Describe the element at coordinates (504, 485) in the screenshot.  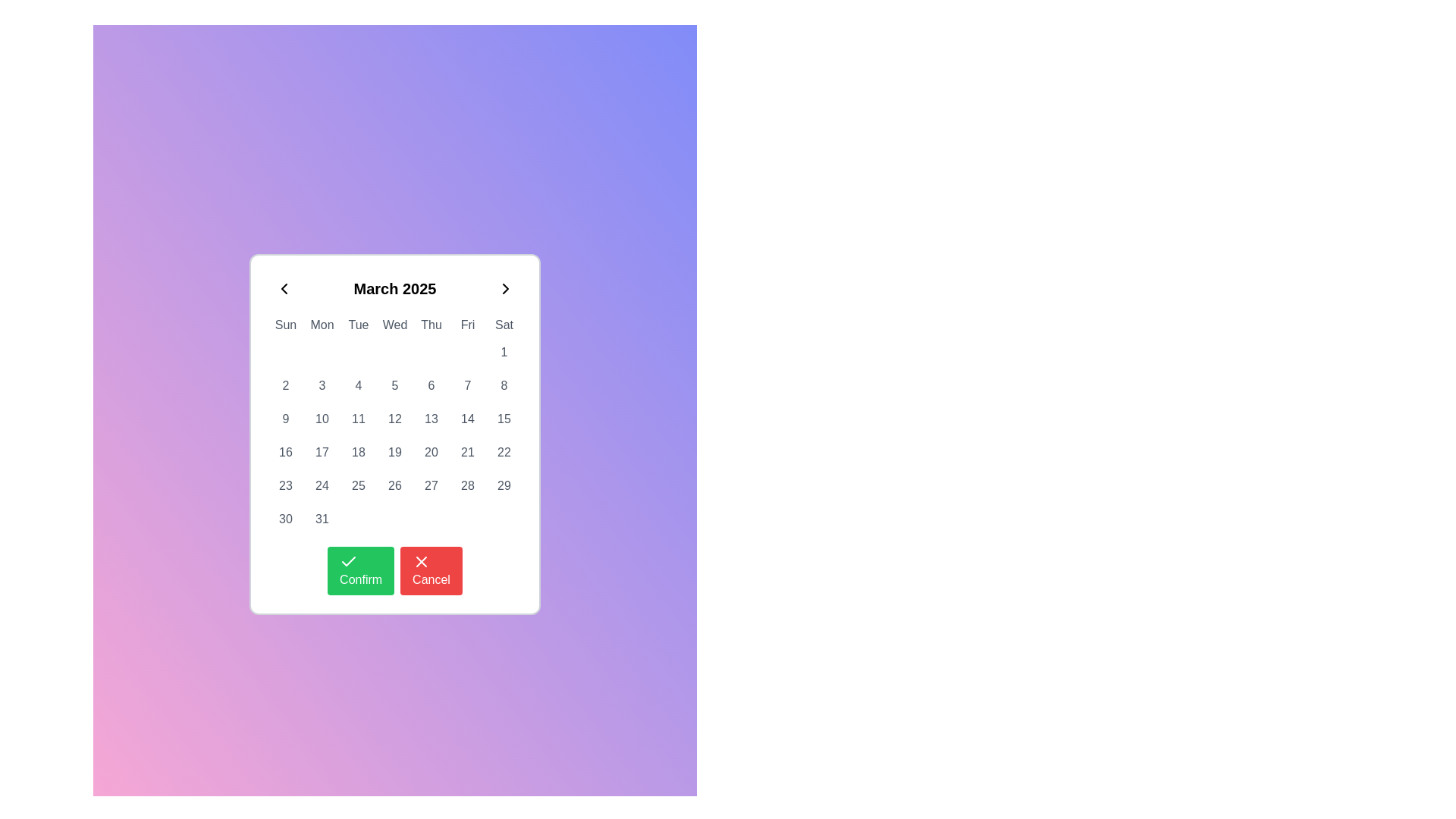
I see `the calendar date cell representing the 29th day` at that location.